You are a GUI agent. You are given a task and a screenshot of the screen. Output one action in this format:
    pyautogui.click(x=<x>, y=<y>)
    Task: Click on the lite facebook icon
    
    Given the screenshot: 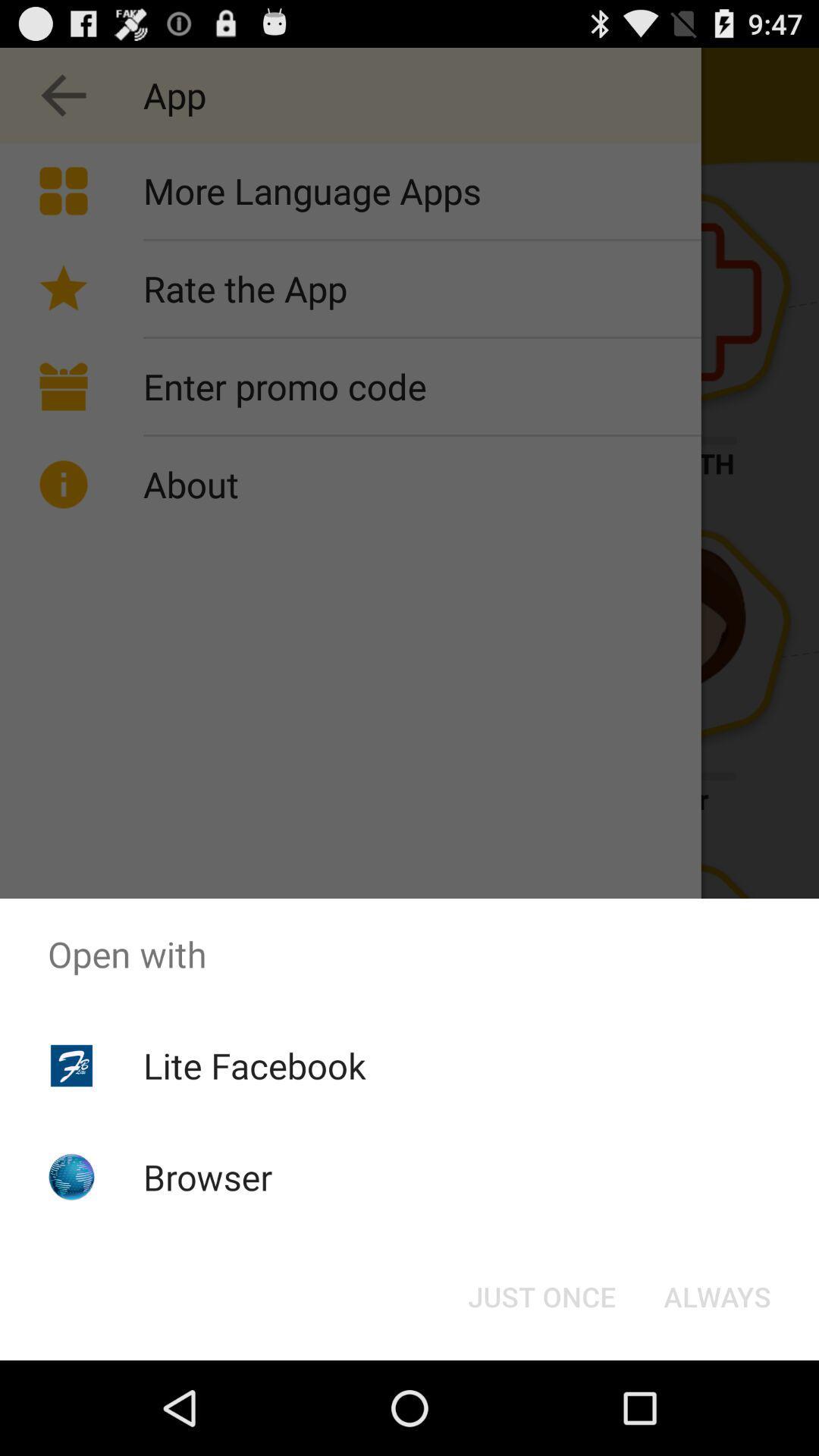 What is the action you would take?
    pyautogui.click(x=253, y=1065)
    